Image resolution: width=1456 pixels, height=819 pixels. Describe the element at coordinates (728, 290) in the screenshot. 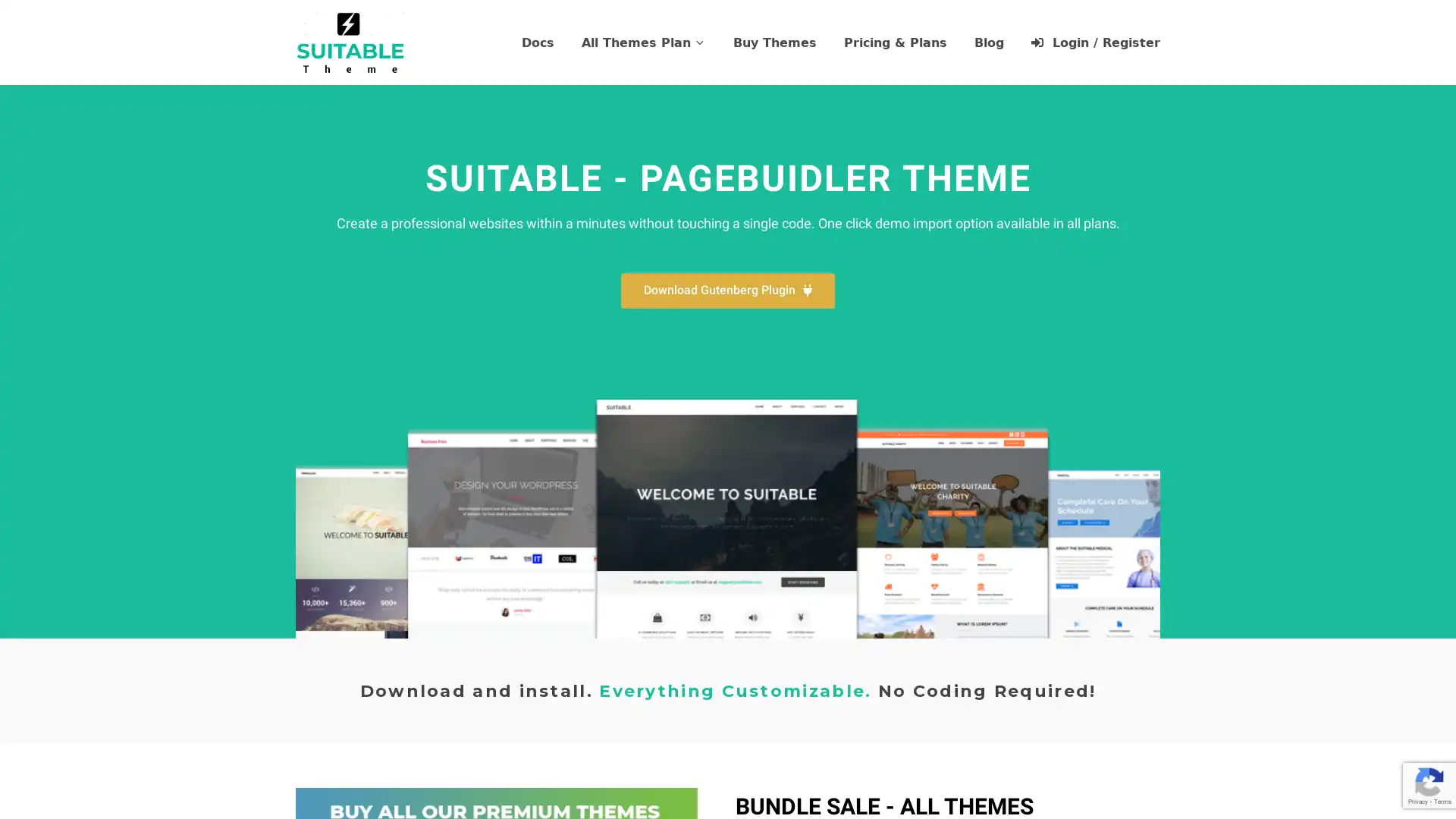

I see `Download Gutenberg Plugin` at that location.